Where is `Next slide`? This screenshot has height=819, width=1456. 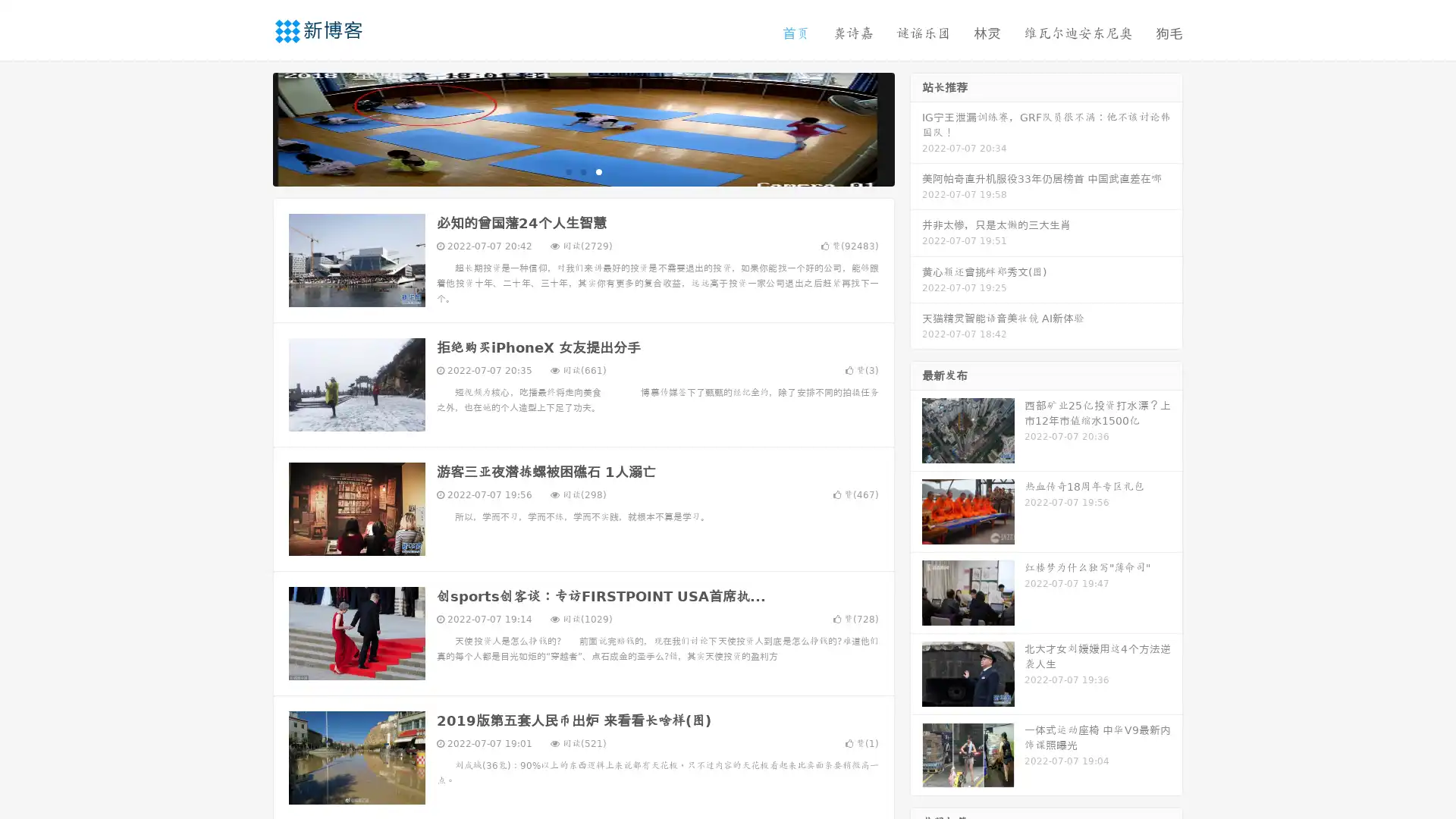
Next slide is located at coordinates (916, 127).